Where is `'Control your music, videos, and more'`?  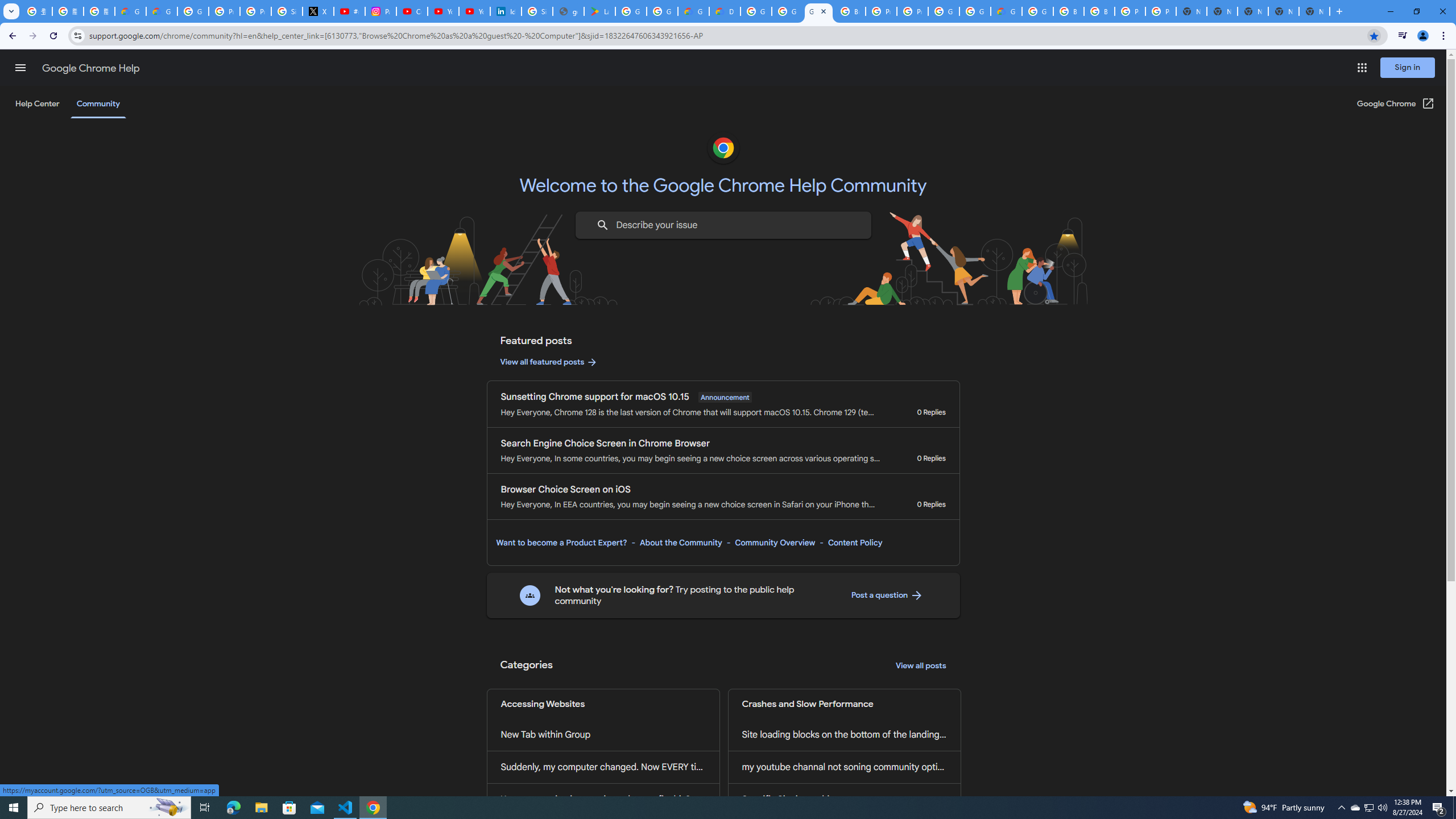 'Control your music, videos, and more' is located at coordinates (1403, 35).